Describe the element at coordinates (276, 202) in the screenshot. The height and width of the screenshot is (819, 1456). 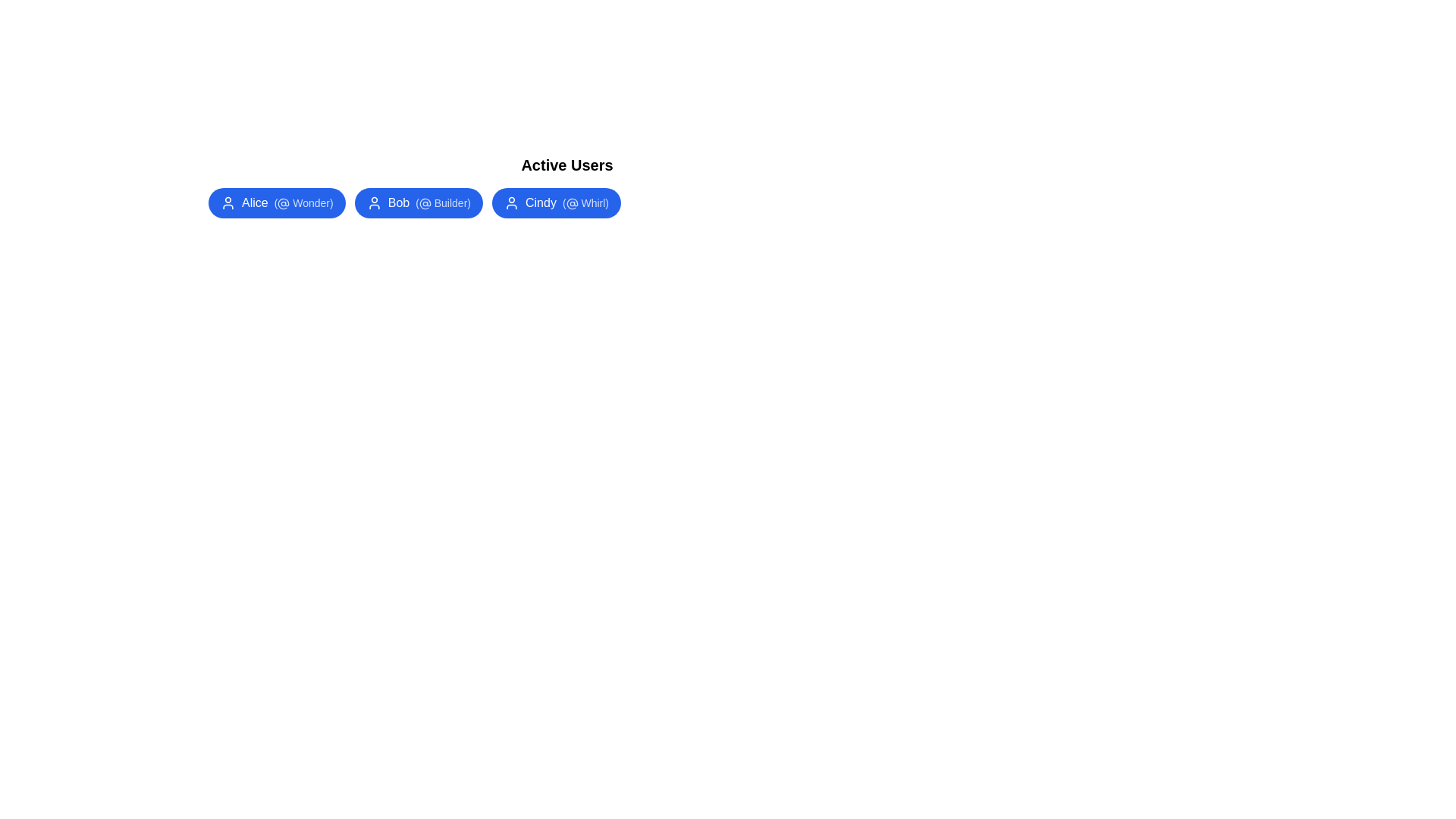
I see `the interactive chip representing Alice to open its context menu` at that location.